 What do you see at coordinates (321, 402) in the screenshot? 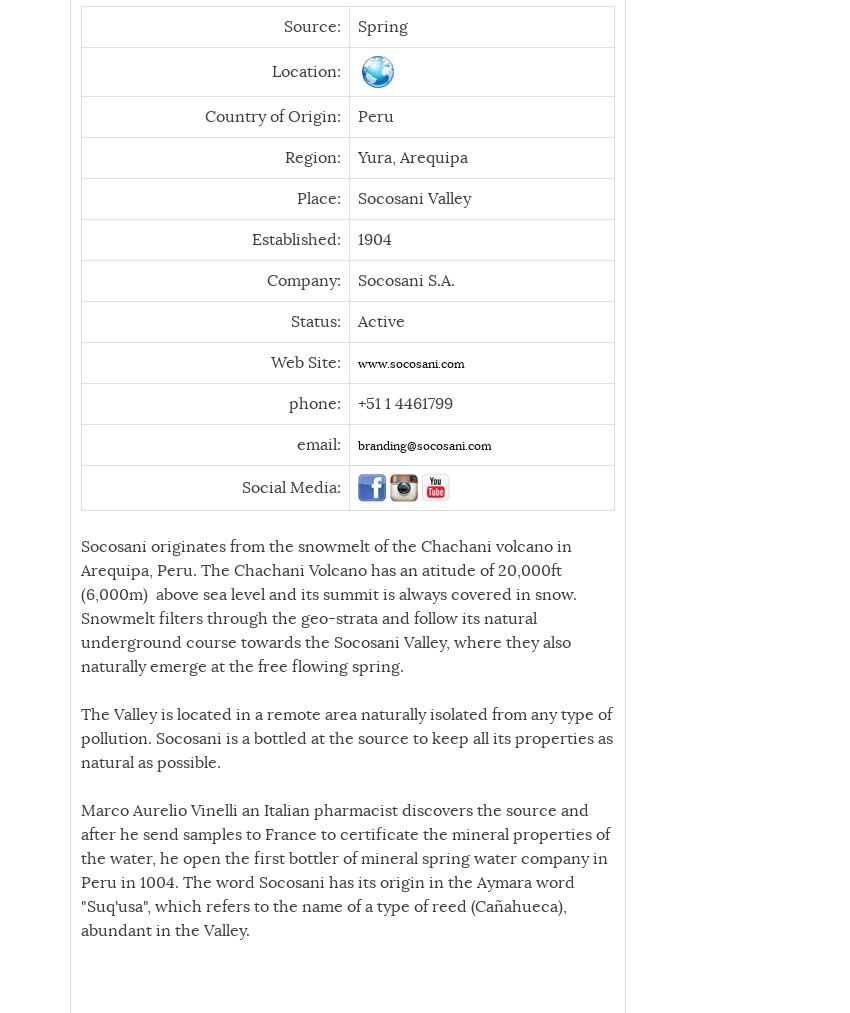
I see `'+51 1 4461799'` at bounding box center [321, 402].